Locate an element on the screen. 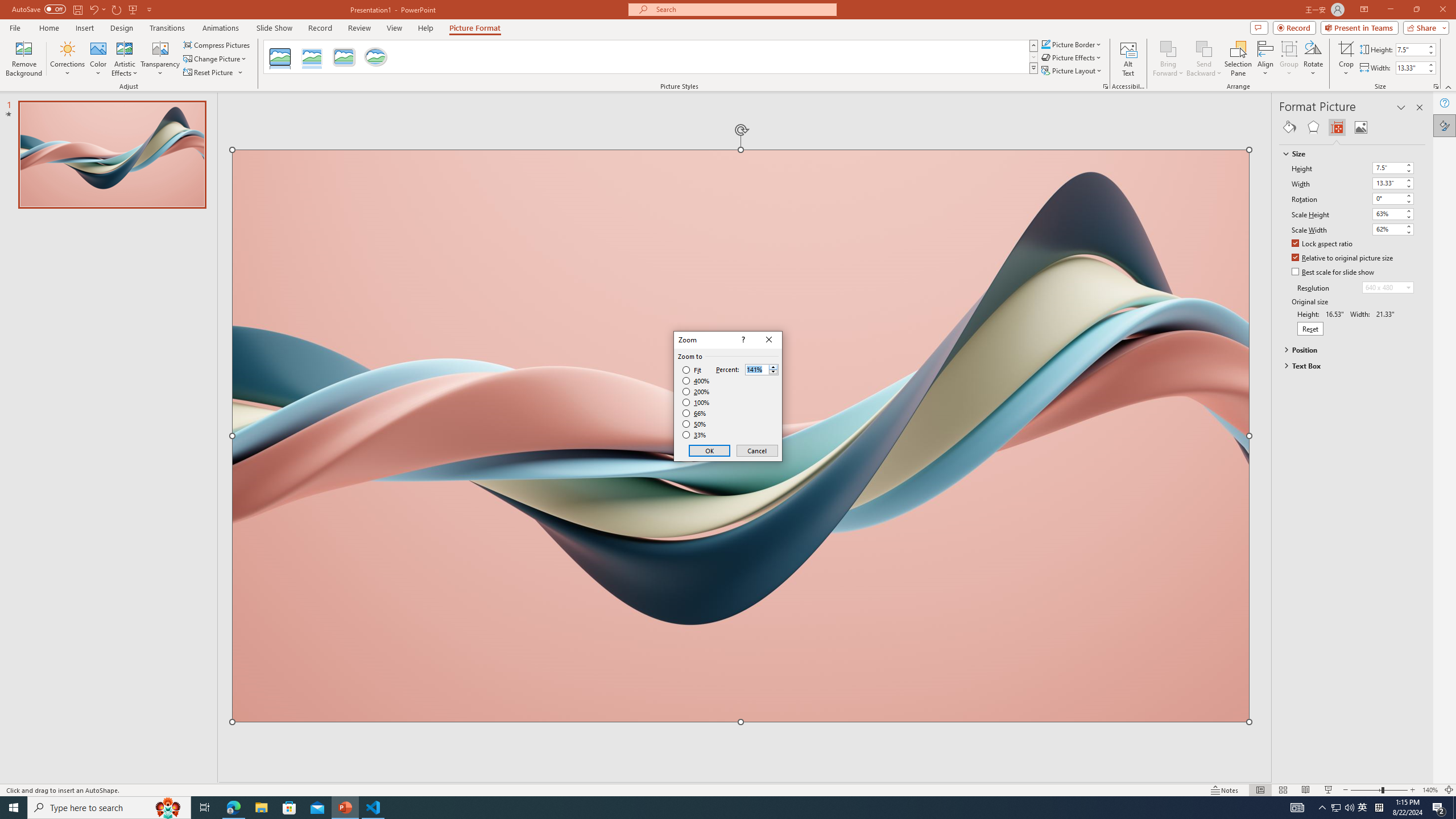 Image resolution: width=1456 pixels, height=819 pixels. 'Crop' is located at coordinates (1345, 48).